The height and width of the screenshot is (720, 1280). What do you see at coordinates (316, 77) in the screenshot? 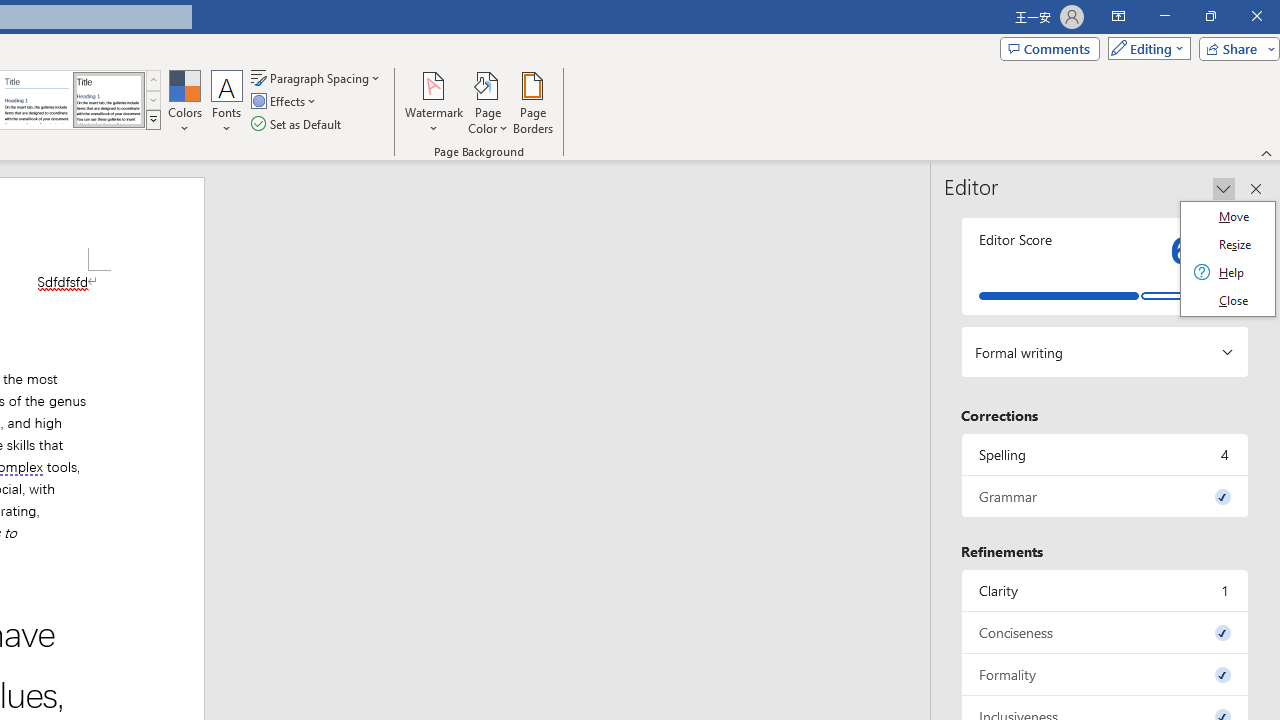
I see `'Paragraph Spacing'` at bounding box center [316, 77].